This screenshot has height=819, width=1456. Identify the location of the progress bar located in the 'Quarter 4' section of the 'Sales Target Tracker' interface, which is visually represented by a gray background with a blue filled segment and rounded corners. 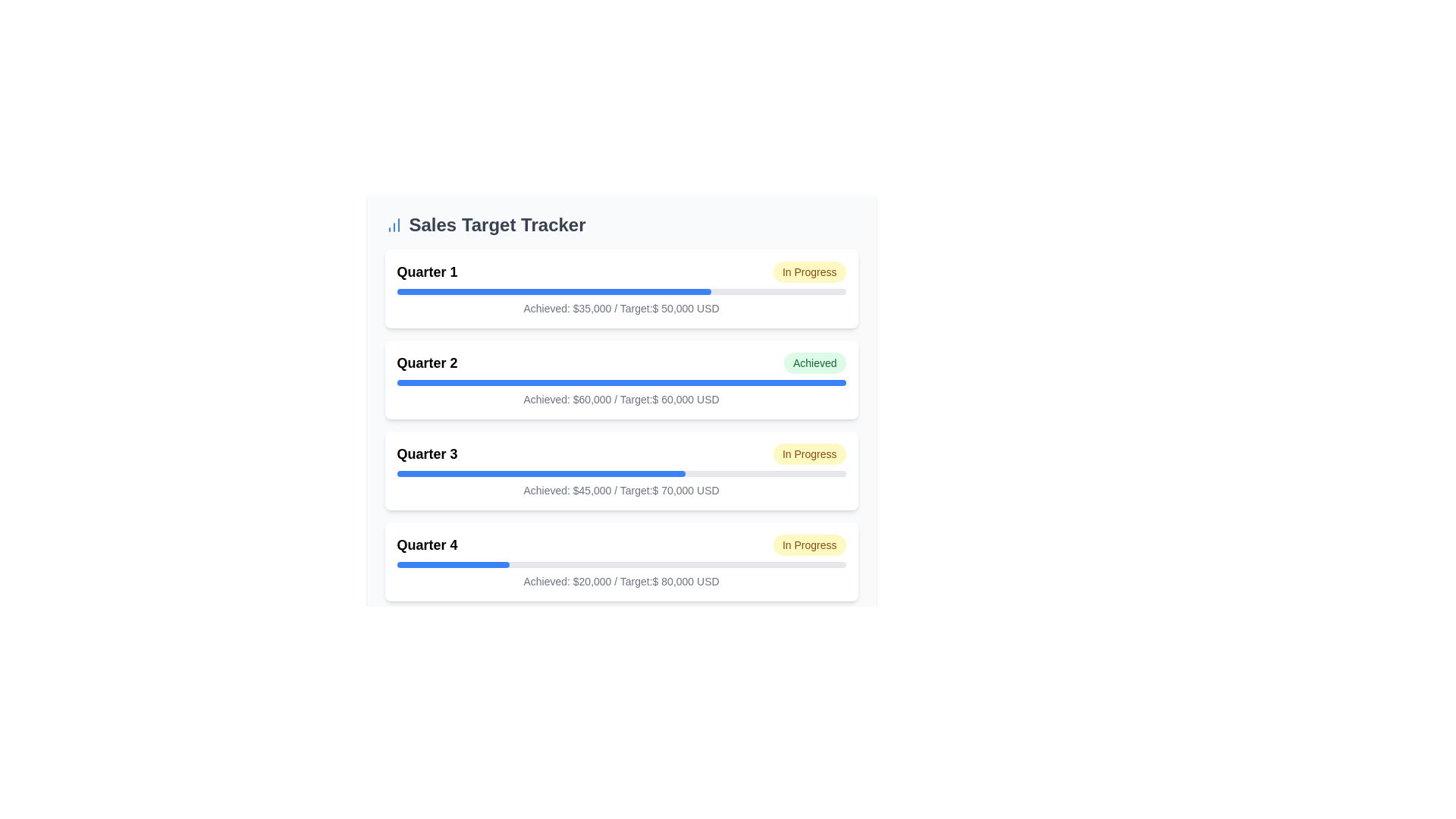
(621, 564).